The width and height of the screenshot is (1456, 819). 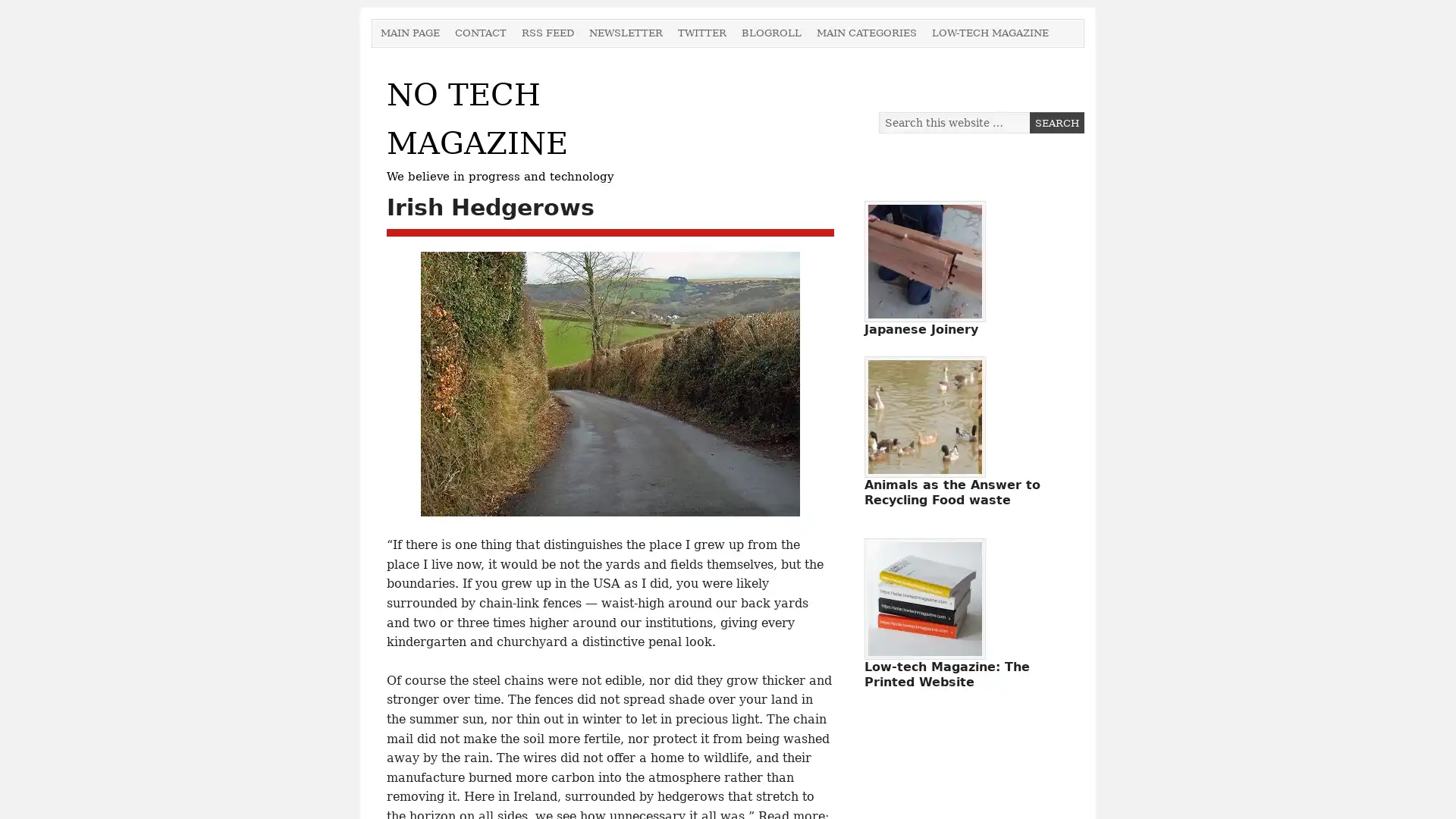 I want to click on Search, so click(x=1056, y=121).